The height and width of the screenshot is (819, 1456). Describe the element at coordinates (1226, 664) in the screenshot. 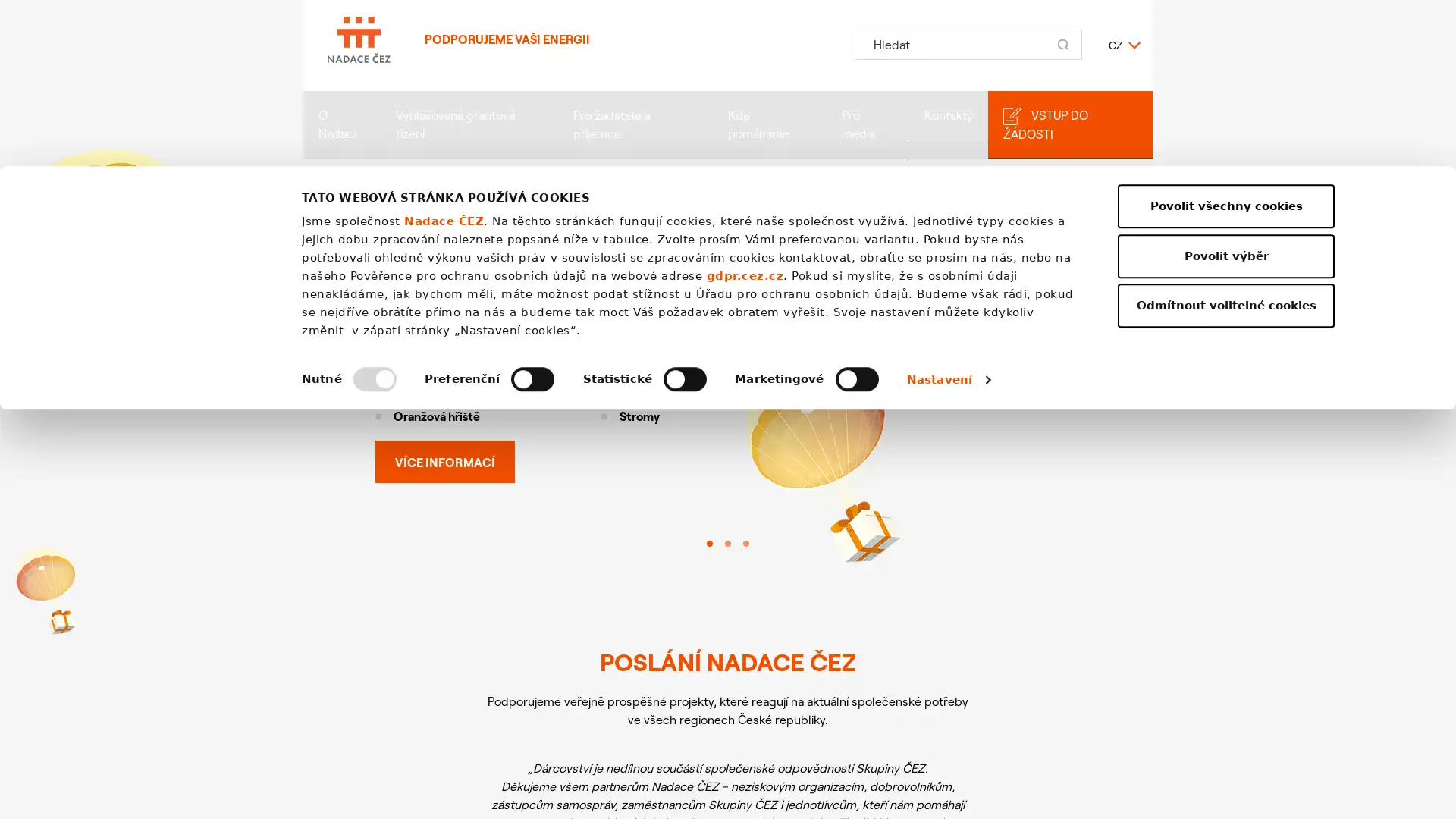

I see `Povolit vyber` at that location.